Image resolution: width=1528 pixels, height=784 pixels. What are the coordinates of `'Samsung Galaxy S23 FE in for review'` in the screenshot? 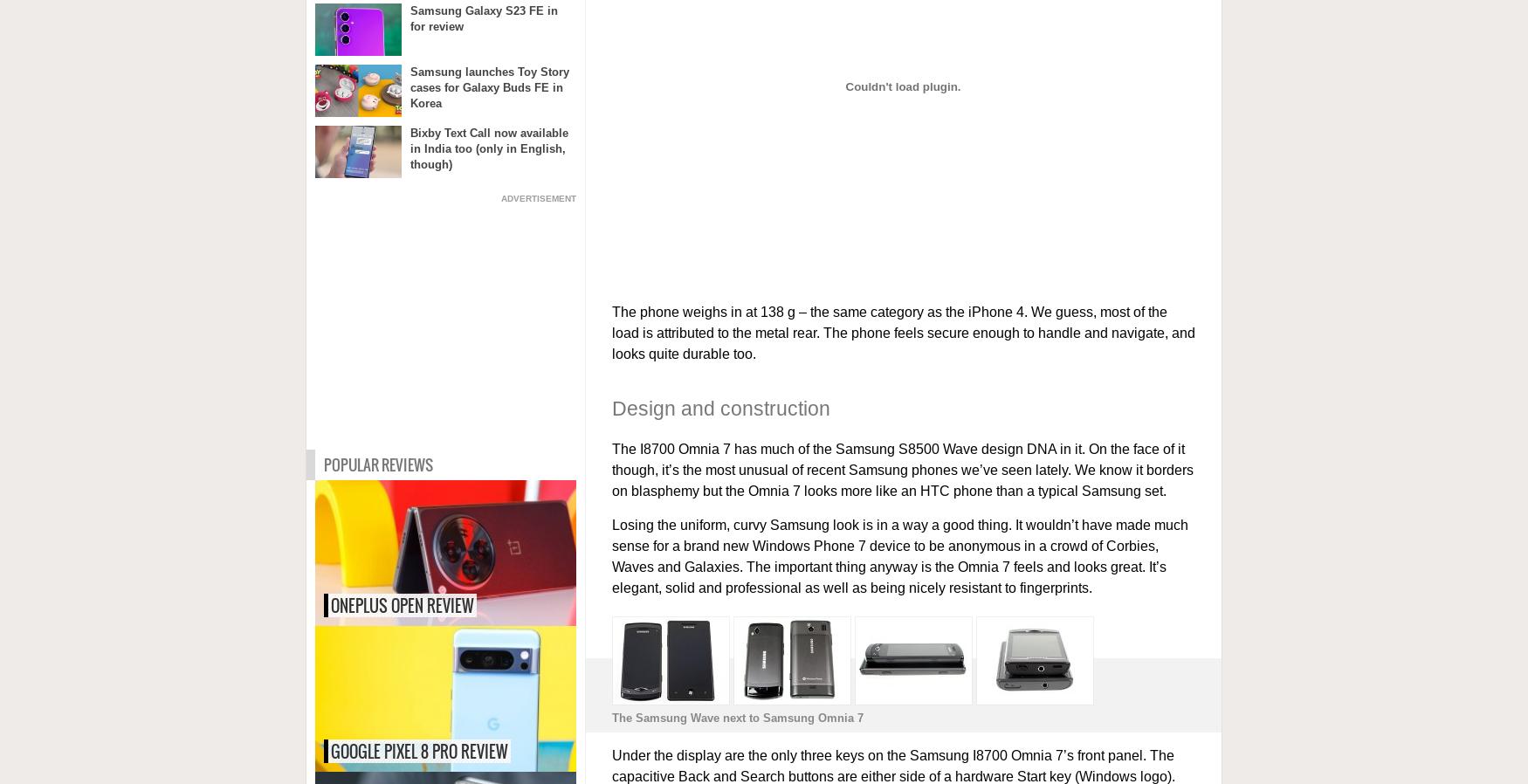 It's located at (482, 17).